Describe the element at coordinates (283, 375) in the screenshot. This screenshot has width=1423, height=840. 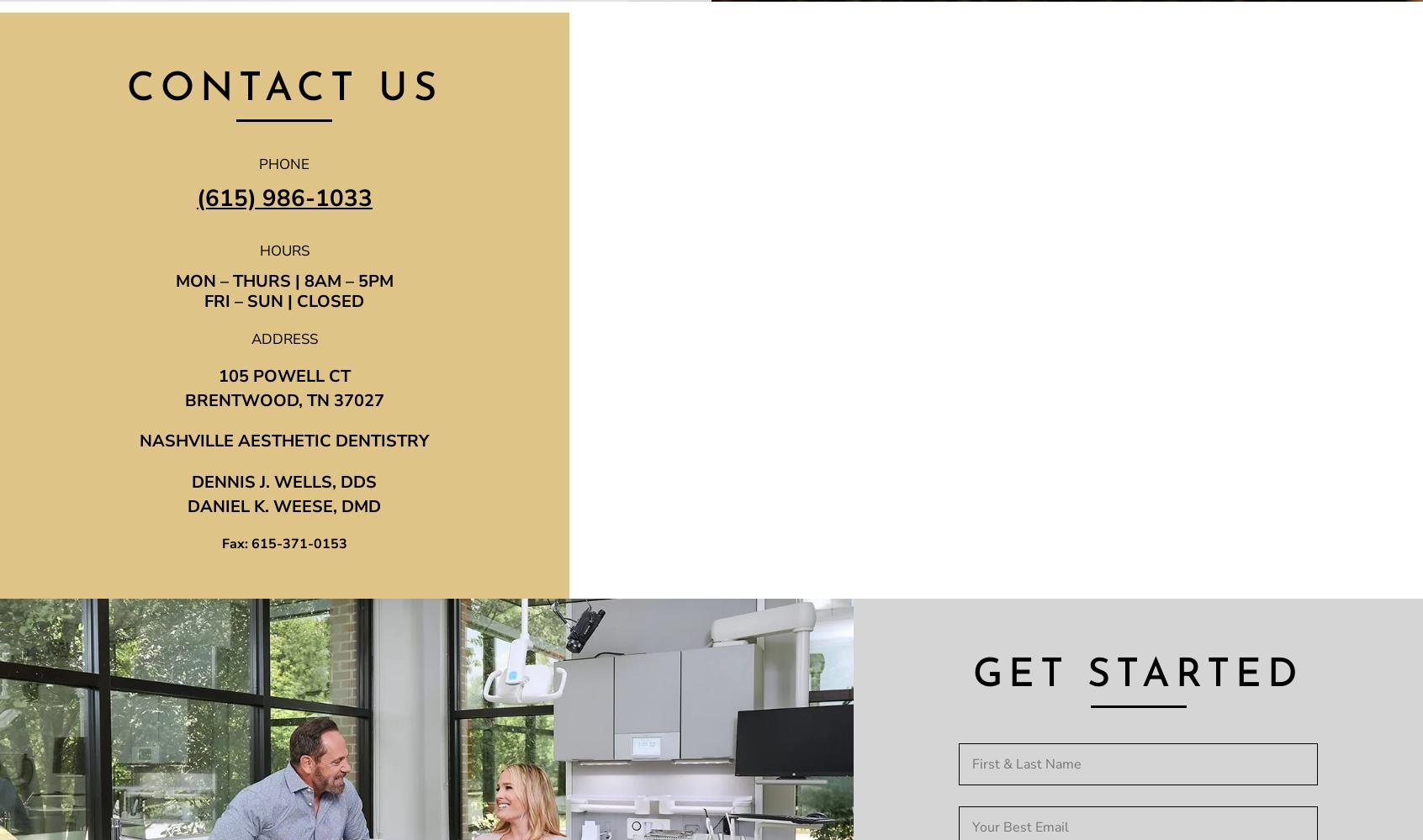
I see `'105 POWELL CT'` at that location.